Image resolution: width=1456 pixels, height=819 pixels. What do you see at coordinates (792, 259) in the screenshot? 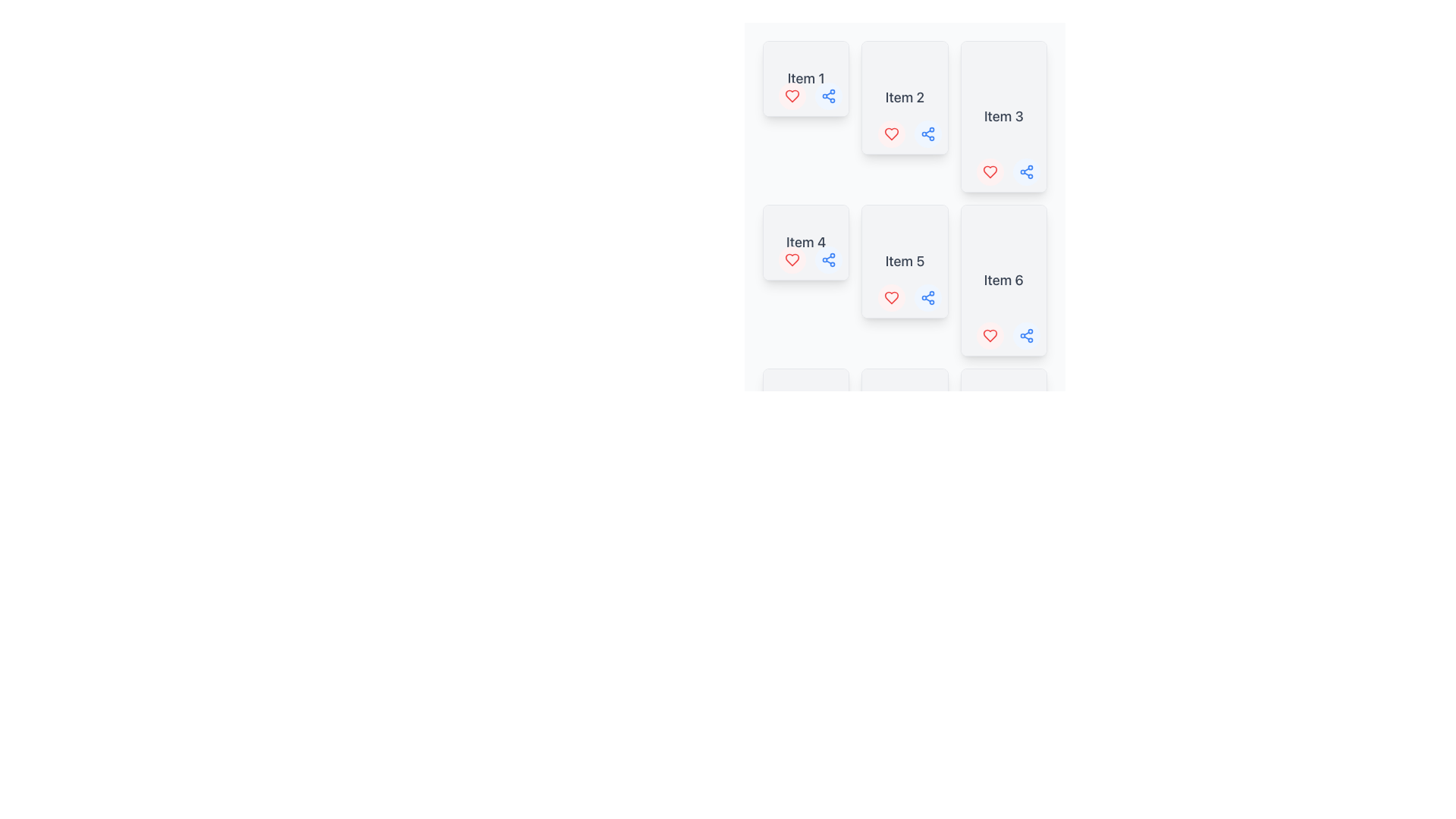
I see `the visual feedback of the heart-shaped icon used as a favorite or like button located to the left of the share icon and below the 'Item 4' text label` at bounding box center [792, 259].